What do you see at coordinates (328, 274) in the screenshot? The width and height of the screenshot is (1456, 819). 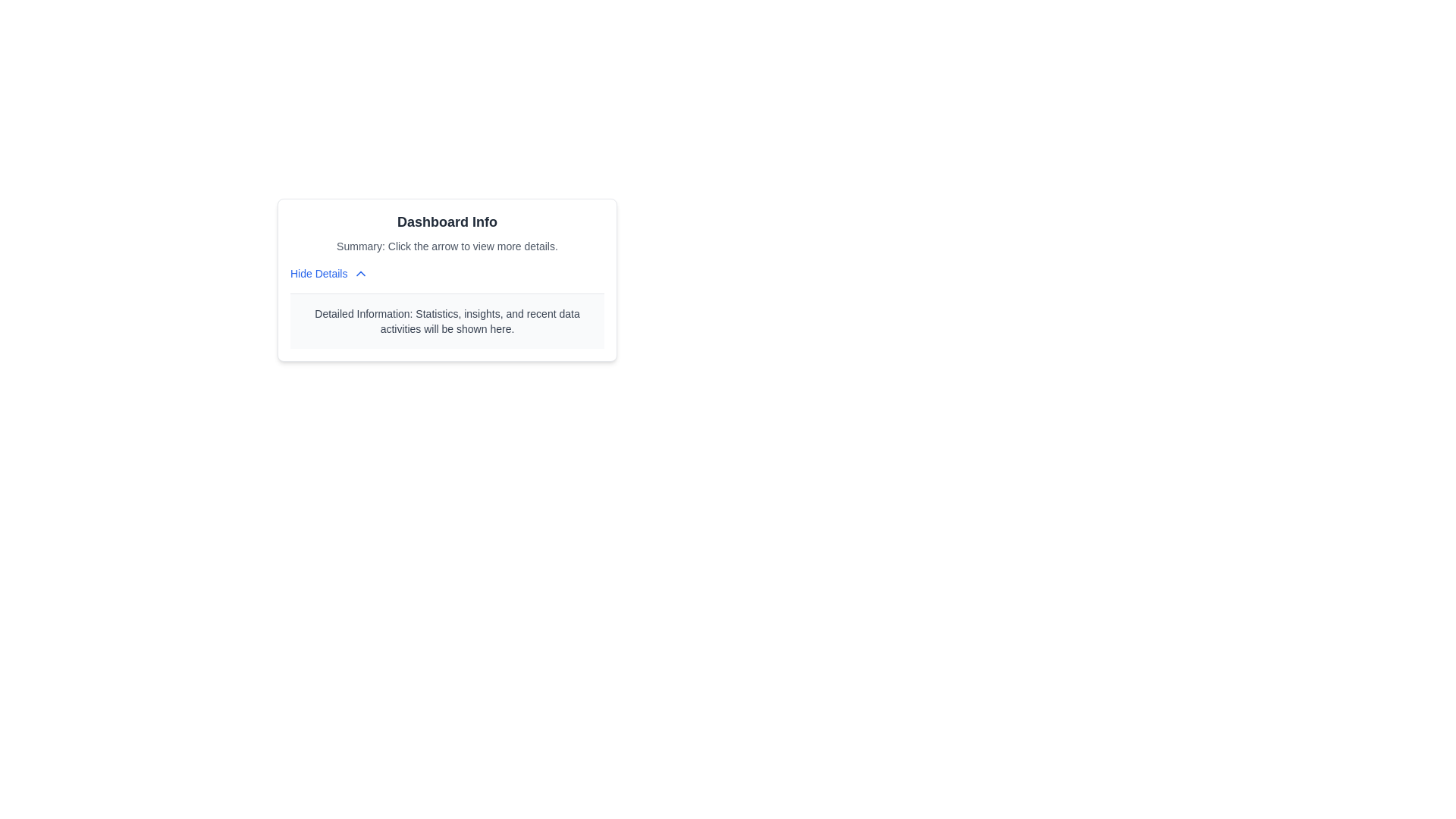 I see `the 'Hide Details' text button with an upward-pointing chevron icon to hide details` at bounding box center [328, 274].